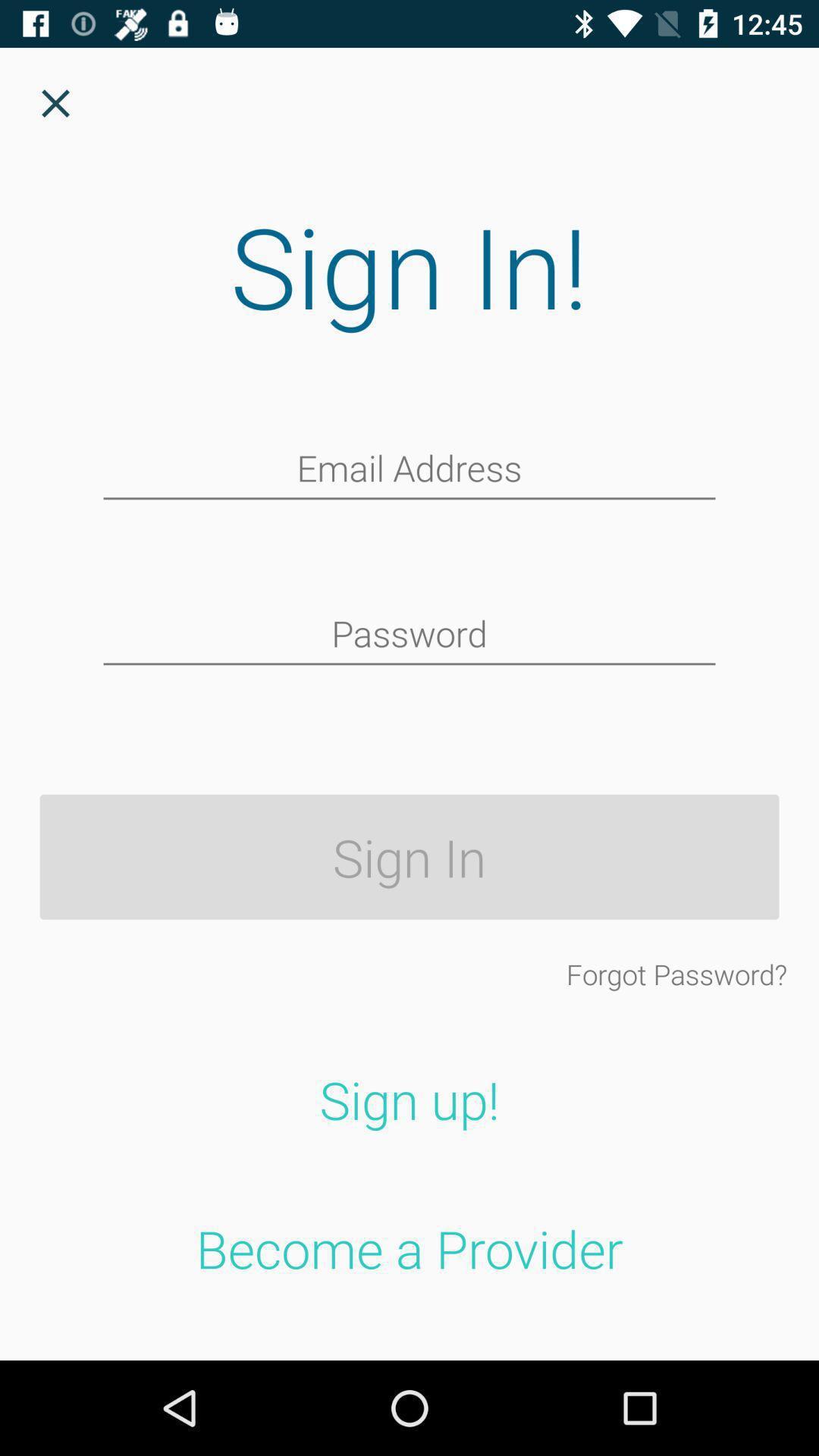 Image resolution: width=819 pixels, height=1456 pixels. What do you see at coordinates (676, 974) in the screenshot?
I see `the icon above sign up! item` at bounding box center [676, 974].